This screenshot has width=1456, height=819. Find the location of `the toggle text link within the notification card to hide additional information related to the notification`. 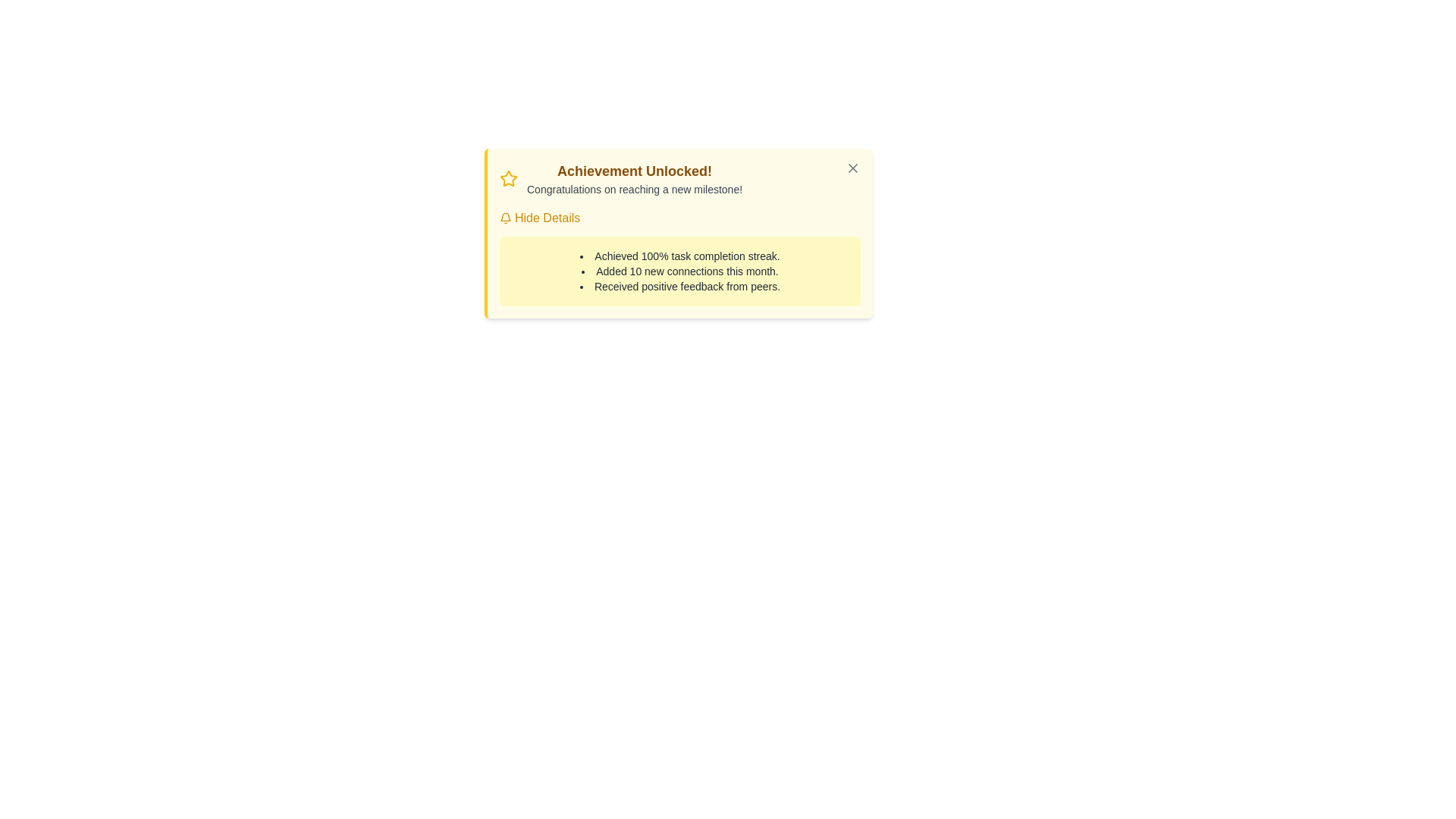

the toggle text link within the notification card to hide additional information related to the notification is located at coordinates (546, 218).